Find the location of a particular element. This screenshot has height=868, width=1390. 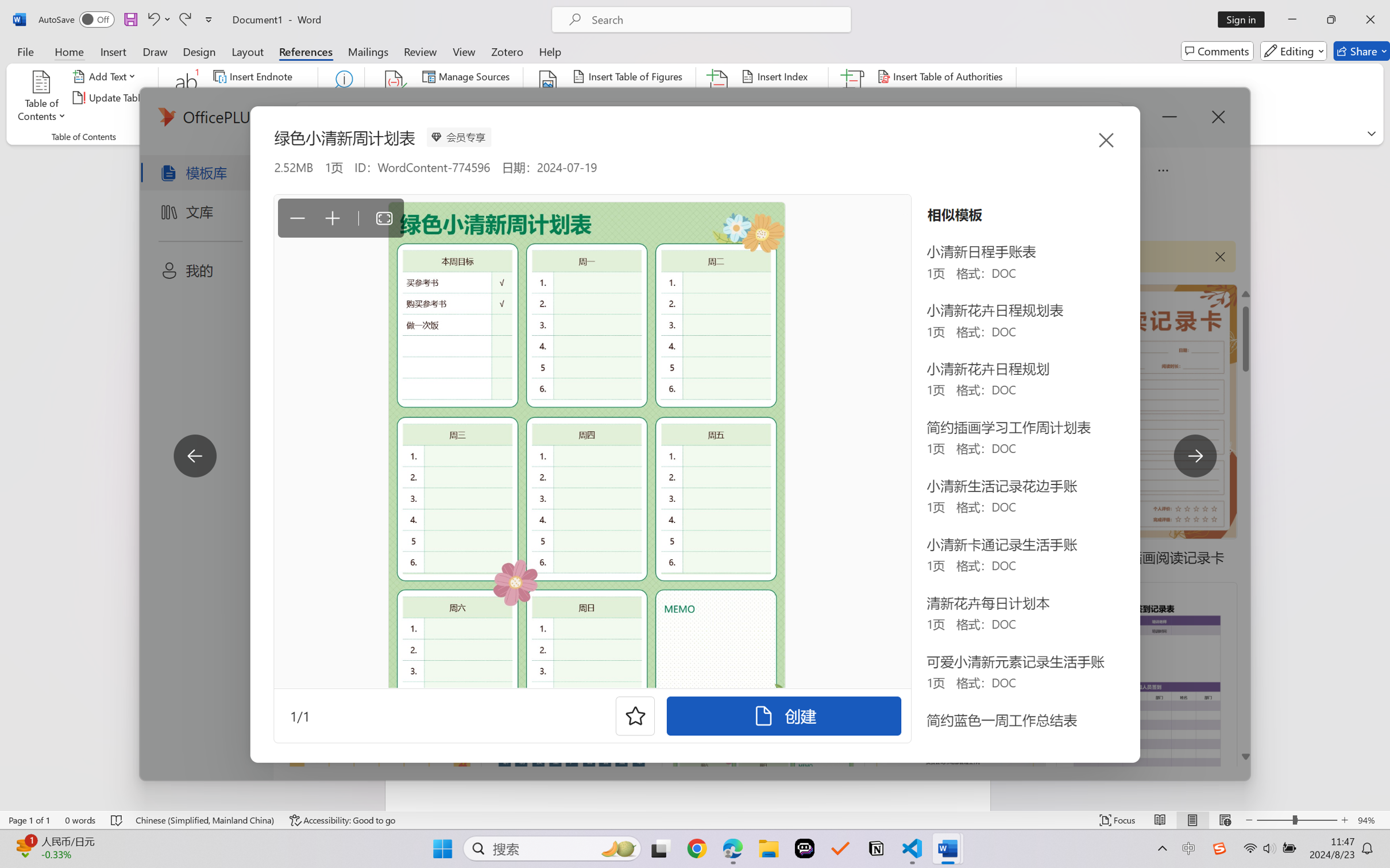

'Sign in' is located at coordinates (1245, 19).